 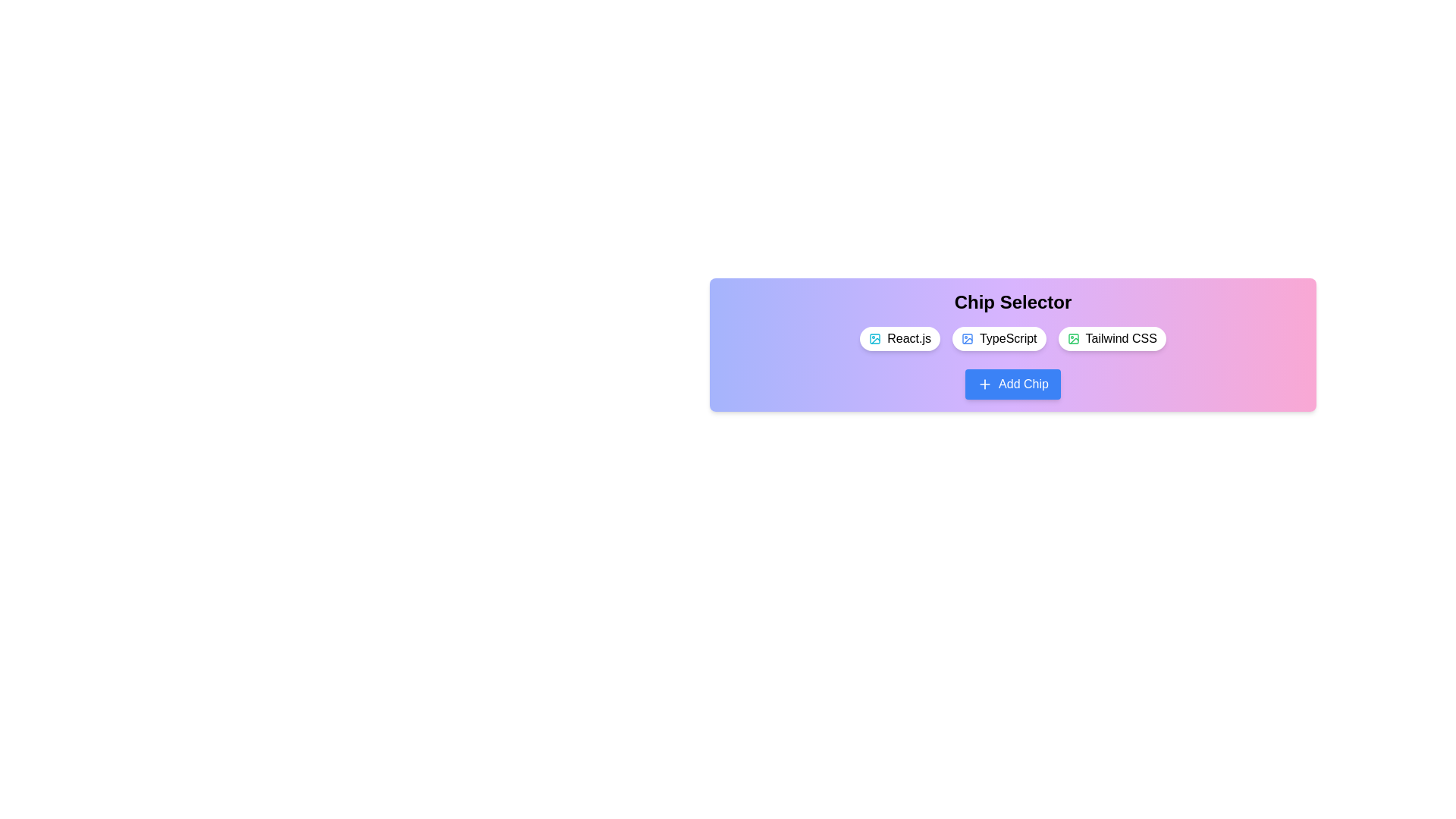 What do you see at coordinates (1012, 383) in the screenshot?
I see `the button located centrally in the lower section of the 'Chip Selector' panel` at bounding box center [1012, 383].